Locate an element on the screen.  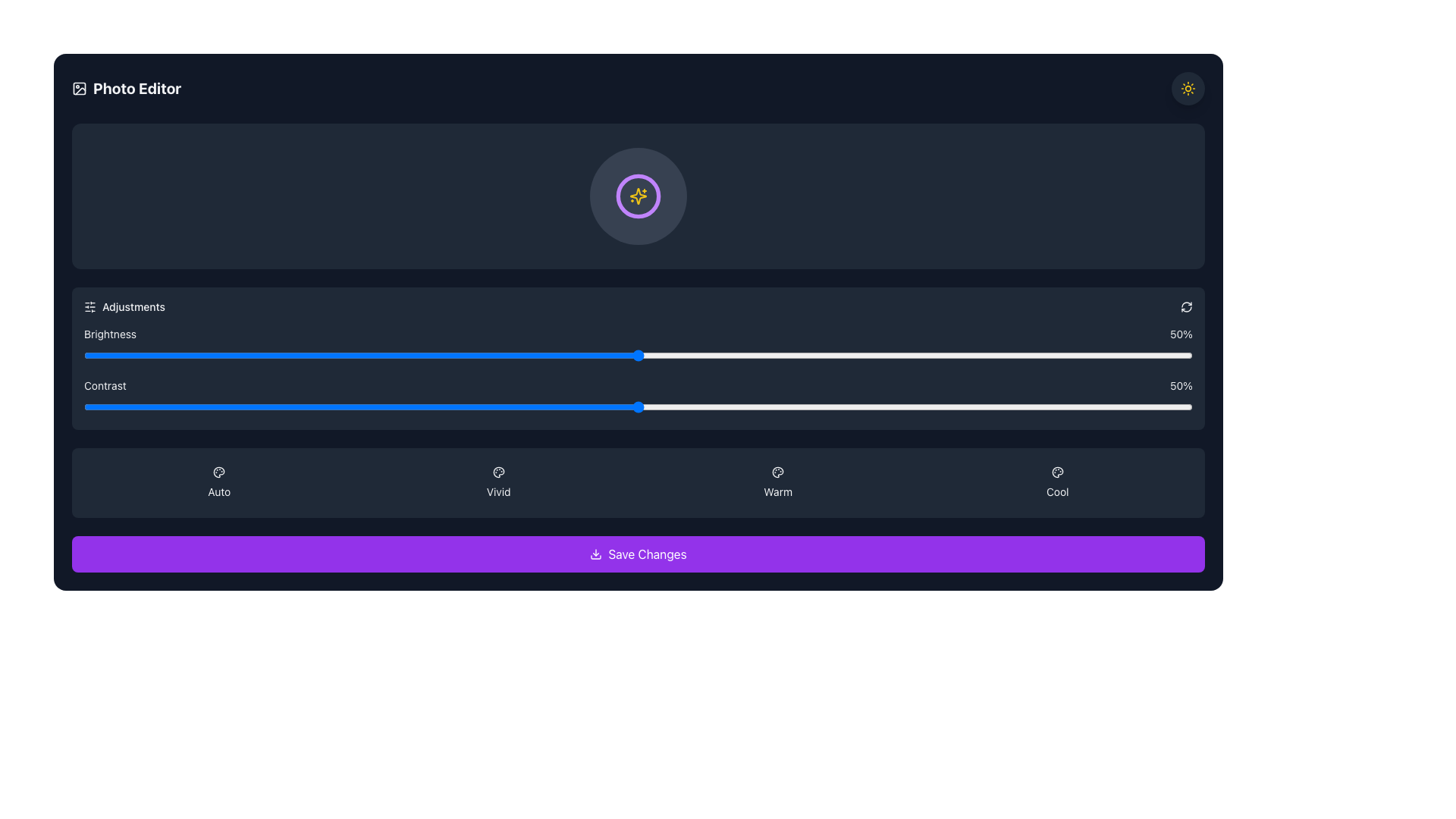
the 'Contrast' range slider is located at coordinates (638, 397).